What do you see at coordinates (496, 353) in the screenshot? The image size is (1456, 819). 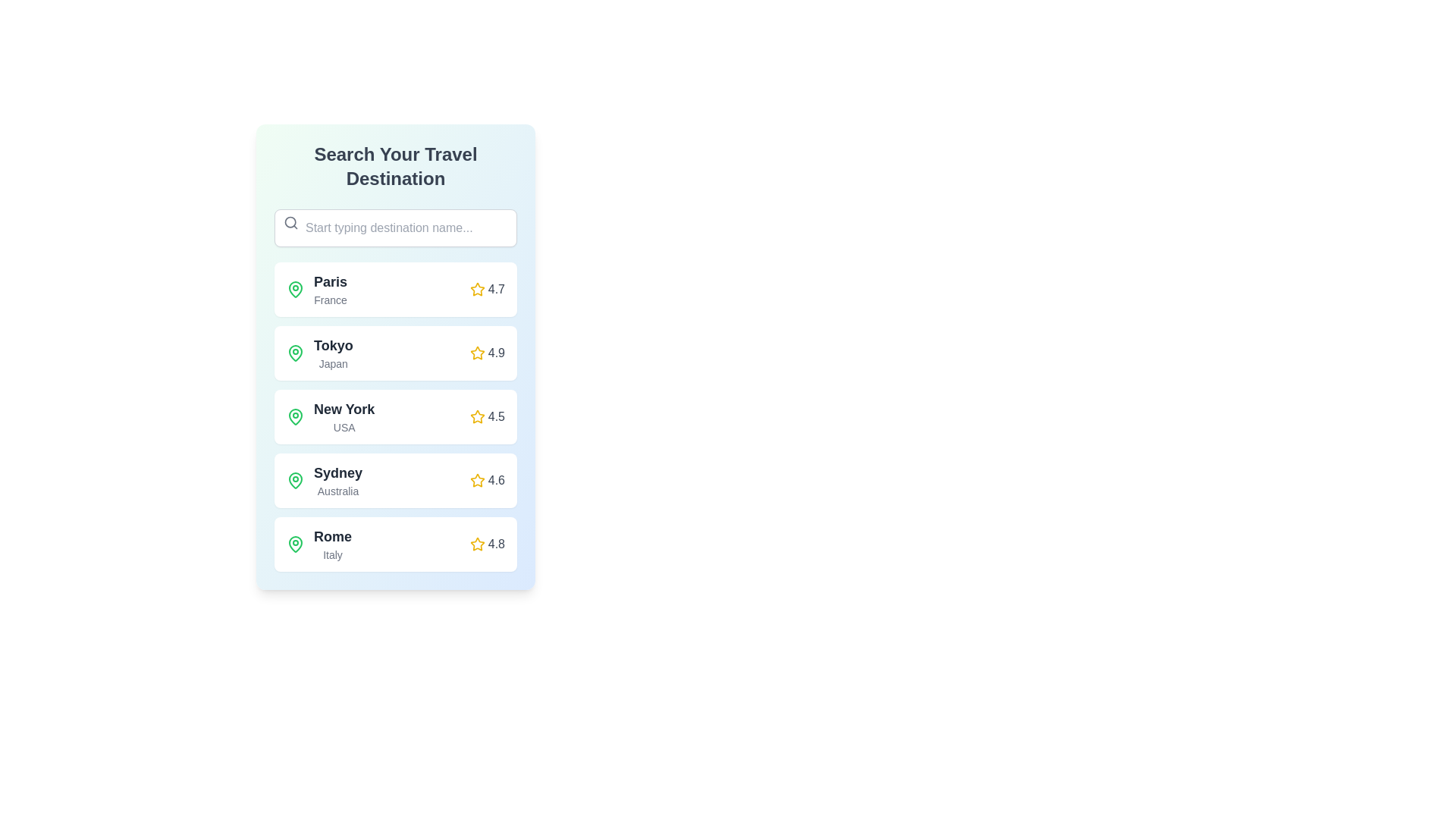 I see `the text component displaying '4.9', which is styled with gray color and medium font weight, located on the right side of the yellow star icon in the 'Tokyo, Japan' list item` at bounding box center [496, 353].